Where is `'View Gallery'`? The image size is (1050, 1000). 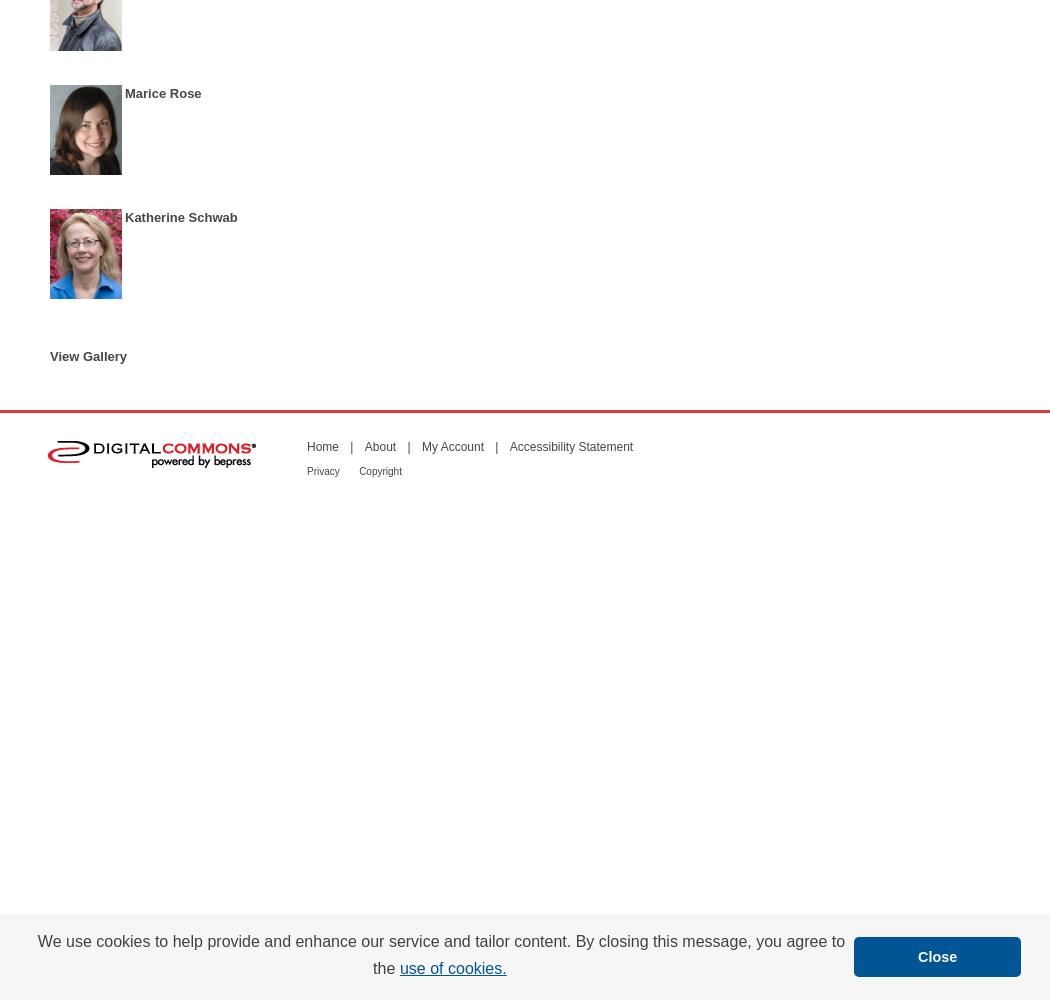 'View Gallery' is located at coordinates (88, 354).